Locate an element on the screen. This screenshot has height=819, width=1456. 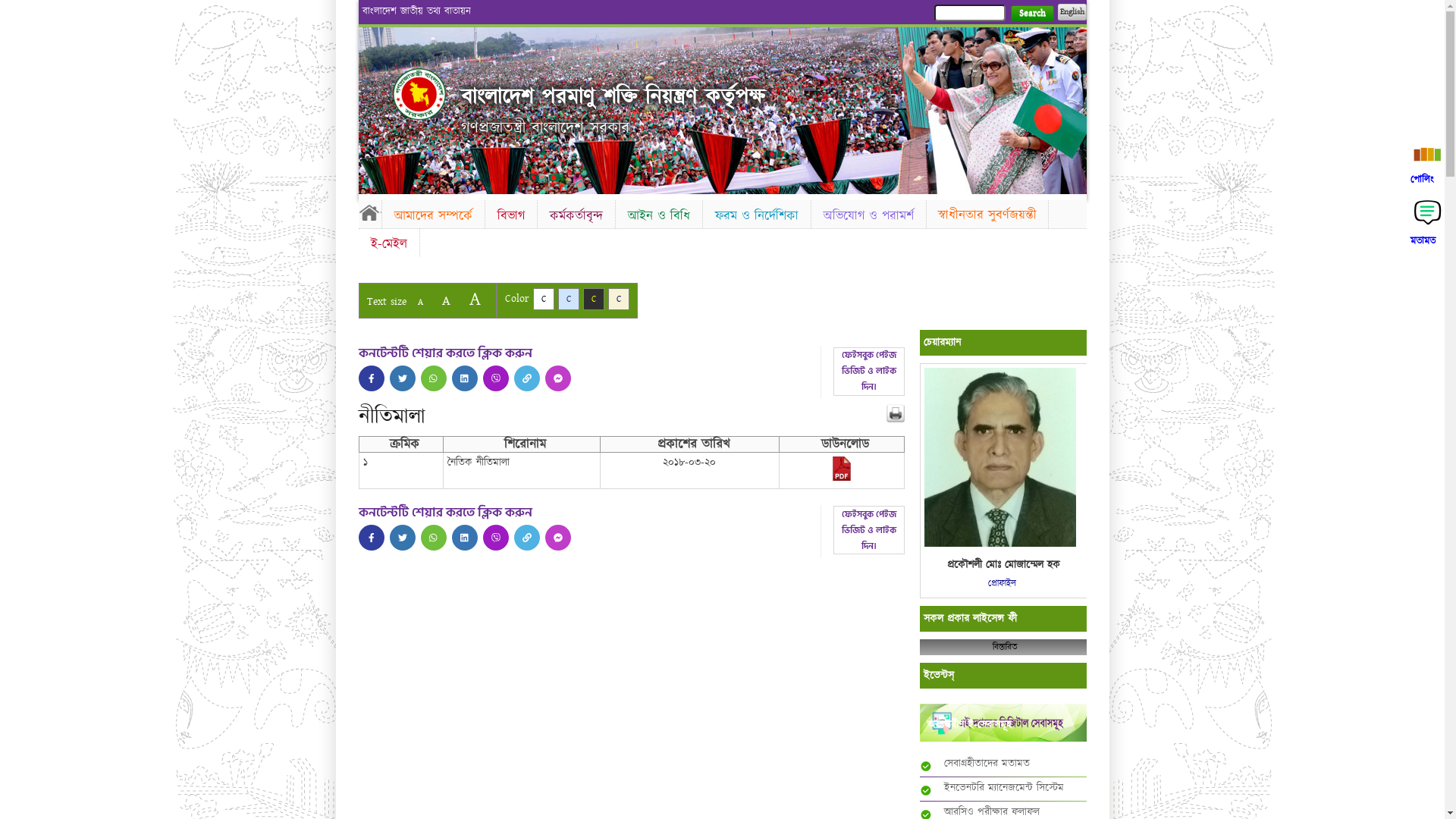
'C' is located at coordinates (532, 299).